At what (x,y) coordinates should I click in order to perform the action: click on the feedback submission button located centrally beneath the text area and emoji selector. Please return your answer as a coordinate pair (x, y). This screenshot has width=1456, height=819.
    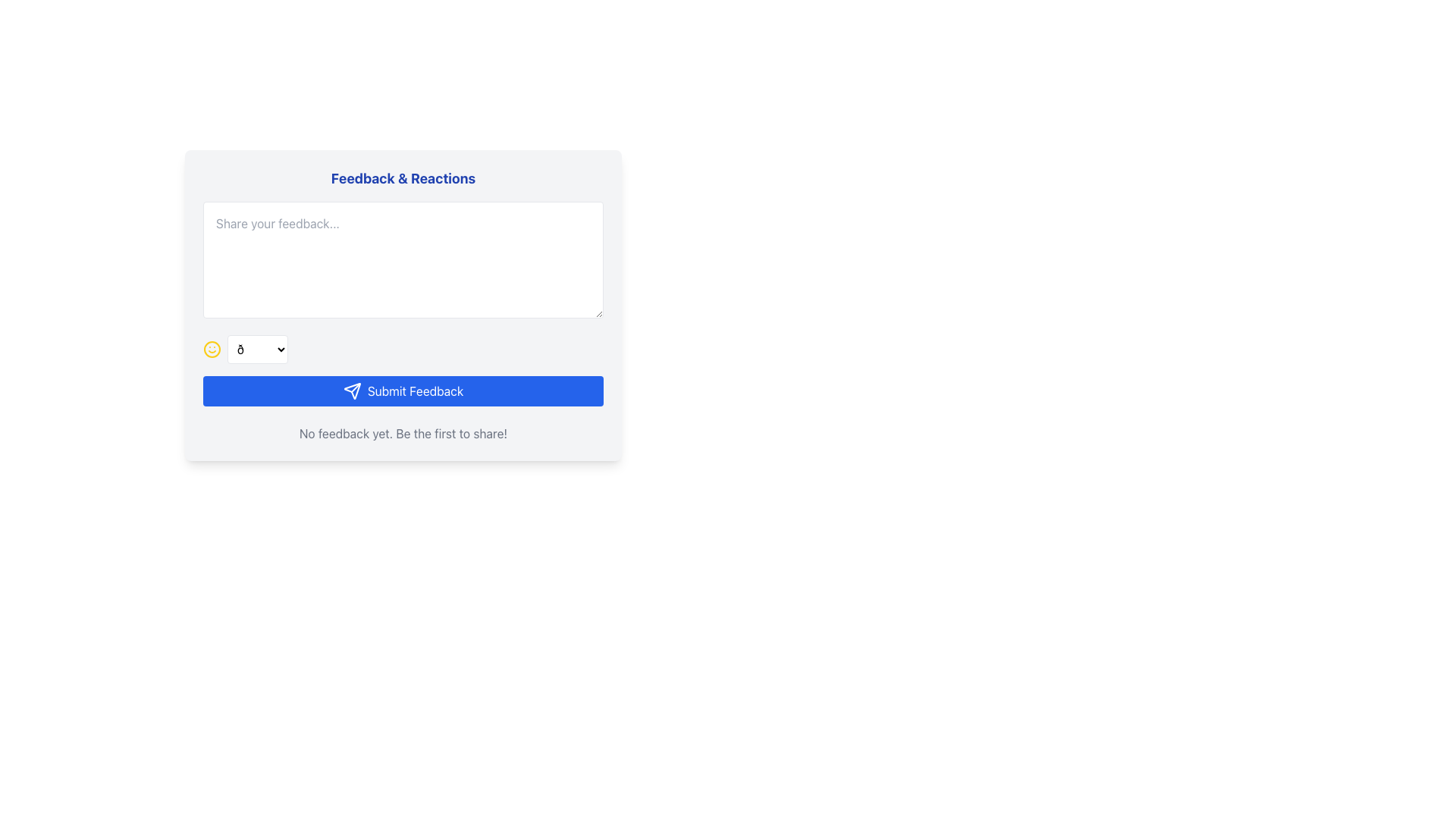
    Looking at the image, I should click on (403, 391).